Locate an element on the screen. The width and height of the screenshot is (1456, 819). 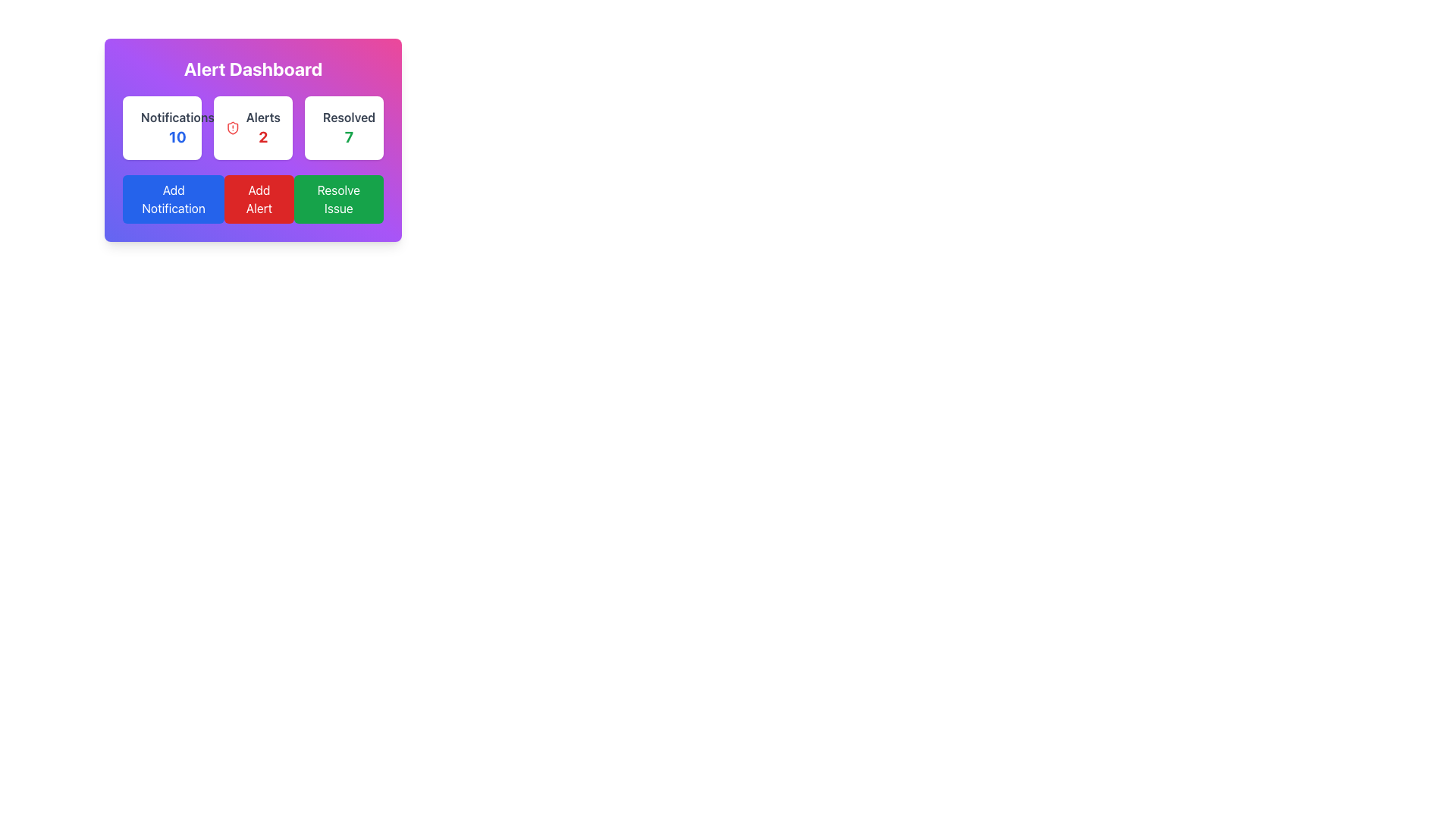
the informational display that shows the number of active alerts, centrally located in the second panel of the Alert Dashboard, between 'Notifications' and 'Resolved' is located at coordinates (263, 127).